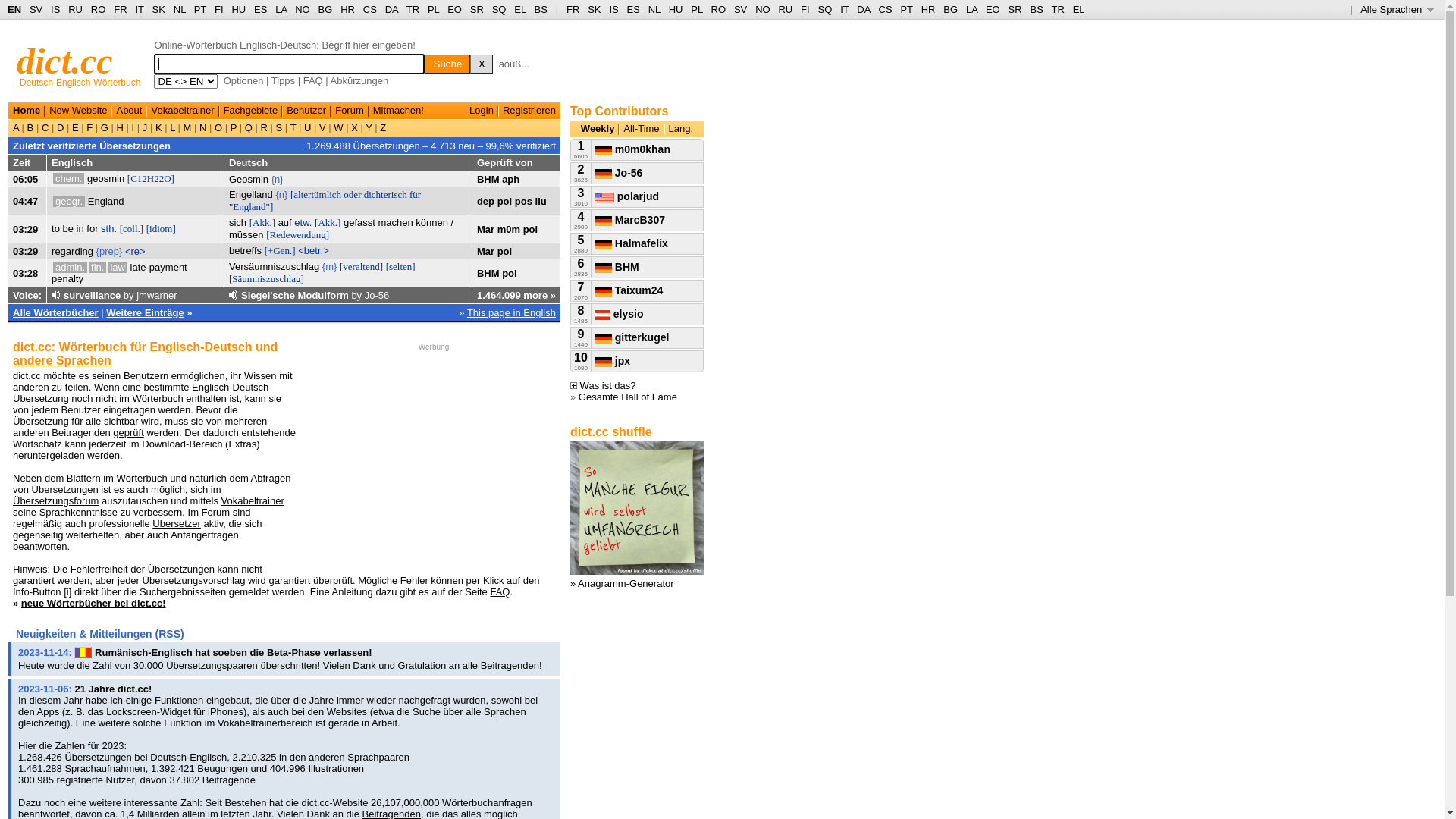 The image size is (1456, 819). What do you see at coordinates (13, 295) in the screenshot?
I see `'Voice:'` at bounding box center [13, 295].